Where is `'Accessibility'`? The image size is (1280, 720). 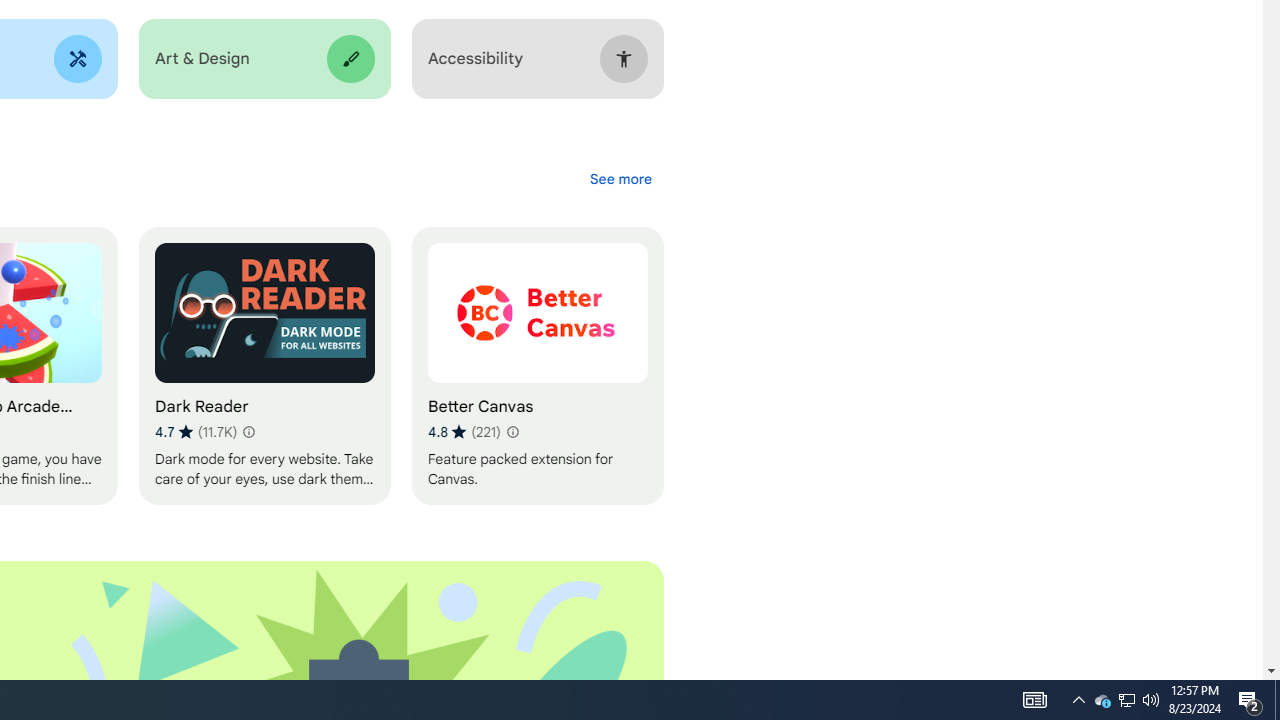 'Accessibility' is located at coordinates (537, 58).